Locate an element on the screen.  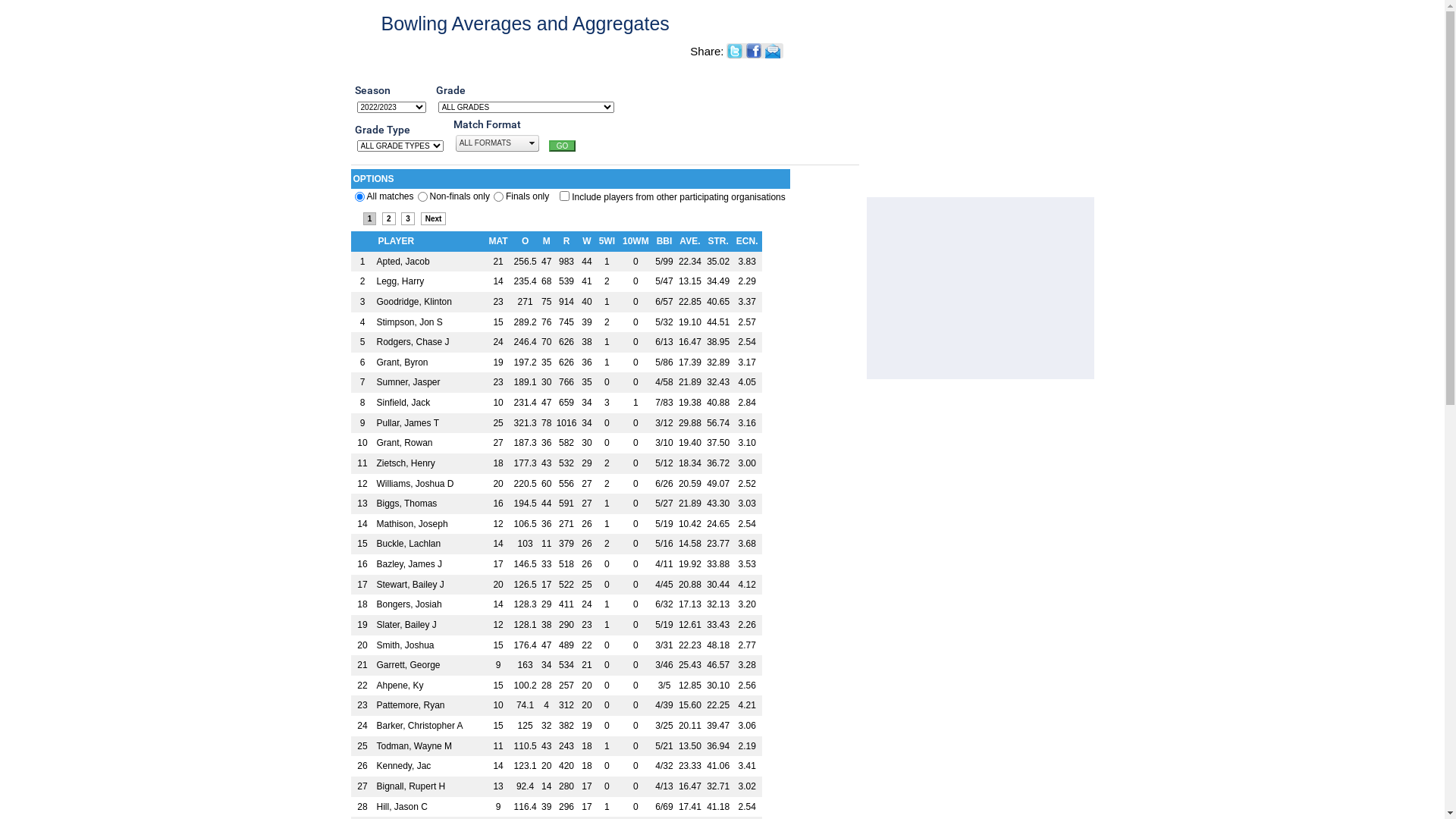
'1' is located at coordinates (422, 196).